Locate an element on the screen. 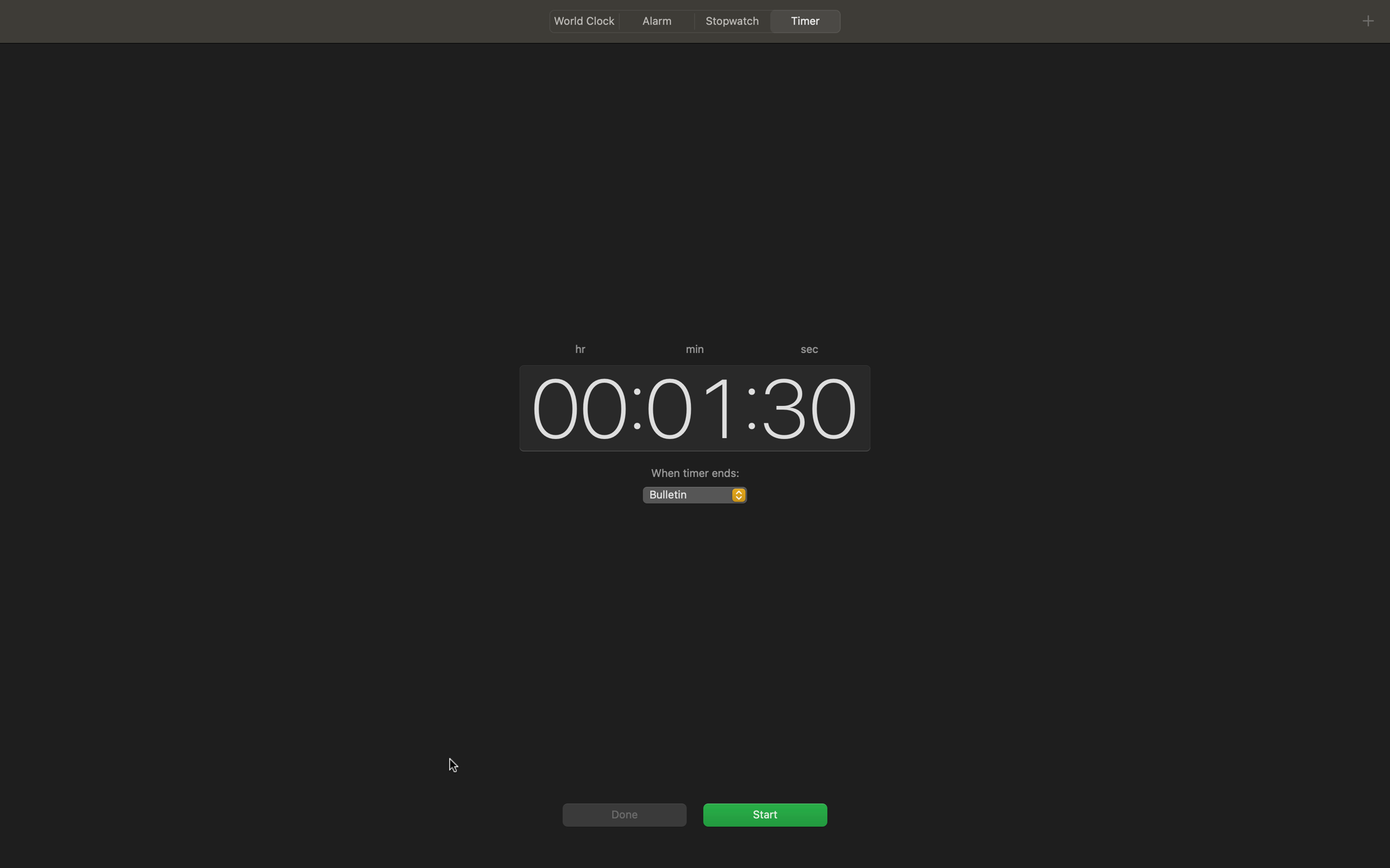 This screenshot has height=868, width=1390. the minute counter to 15 is located at coordinates (690, 406).